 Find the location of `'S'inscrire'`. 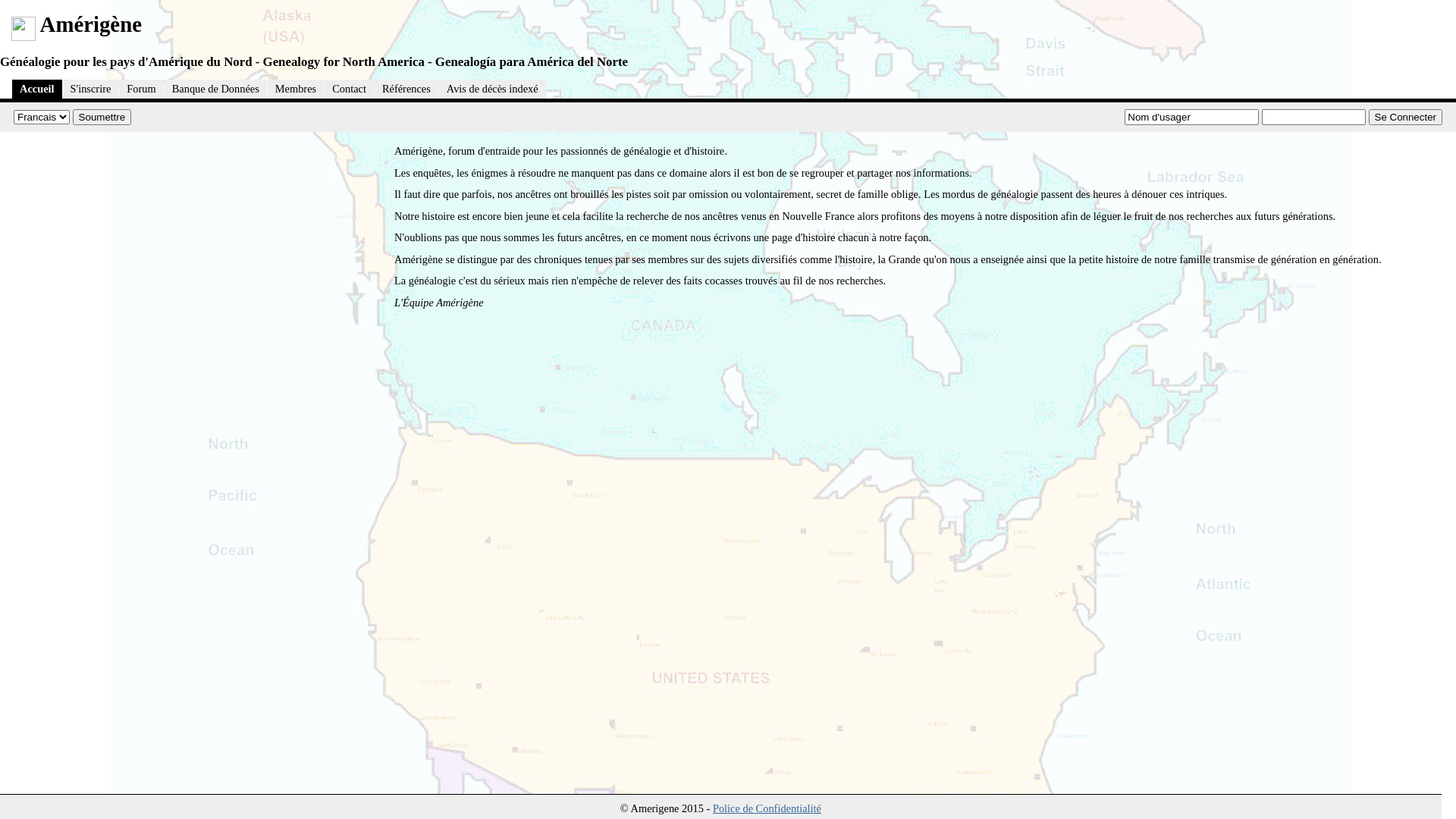

'S'inscrire' is located at coordinates (61, 89).